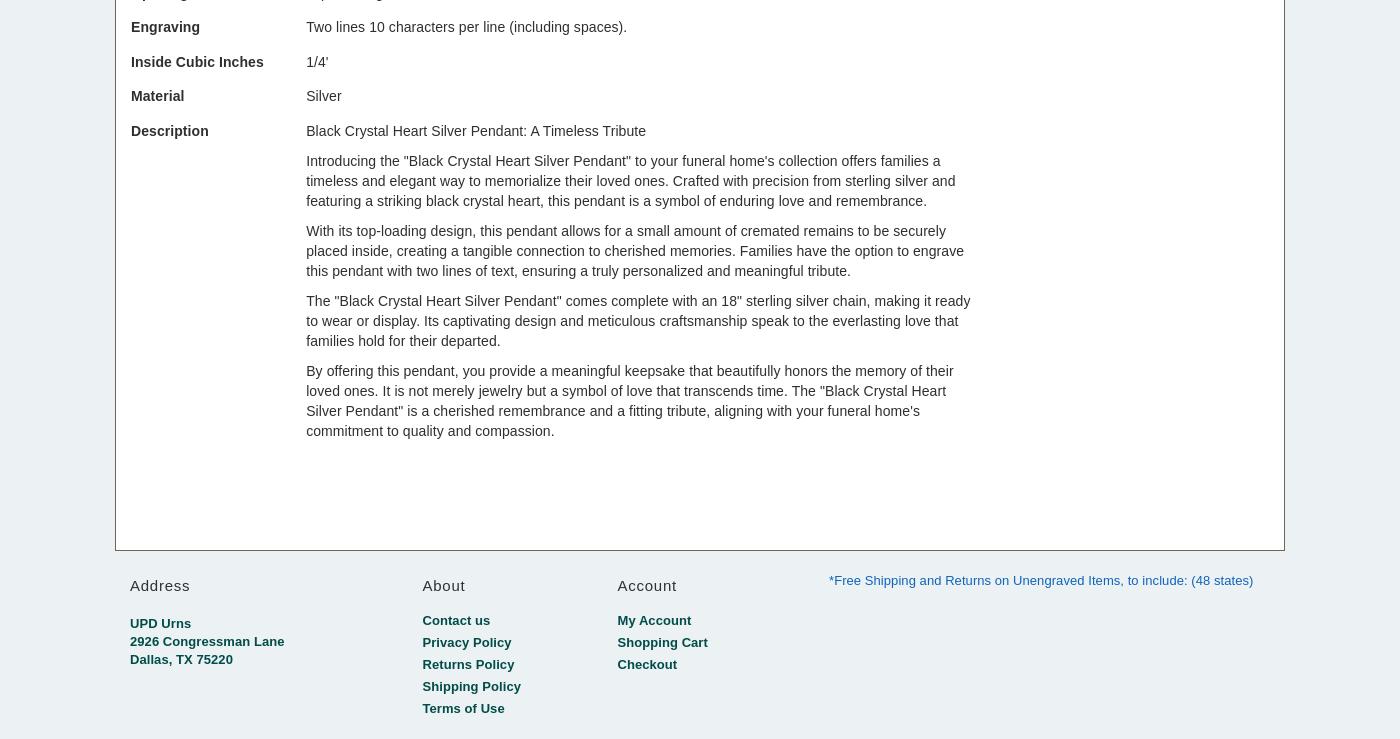 The height and width of the screenshot is (739, 1400). What do you see at coordinates (160, 584) in the screenshot?
I see `'Address'` at bounding box center [160, 584].